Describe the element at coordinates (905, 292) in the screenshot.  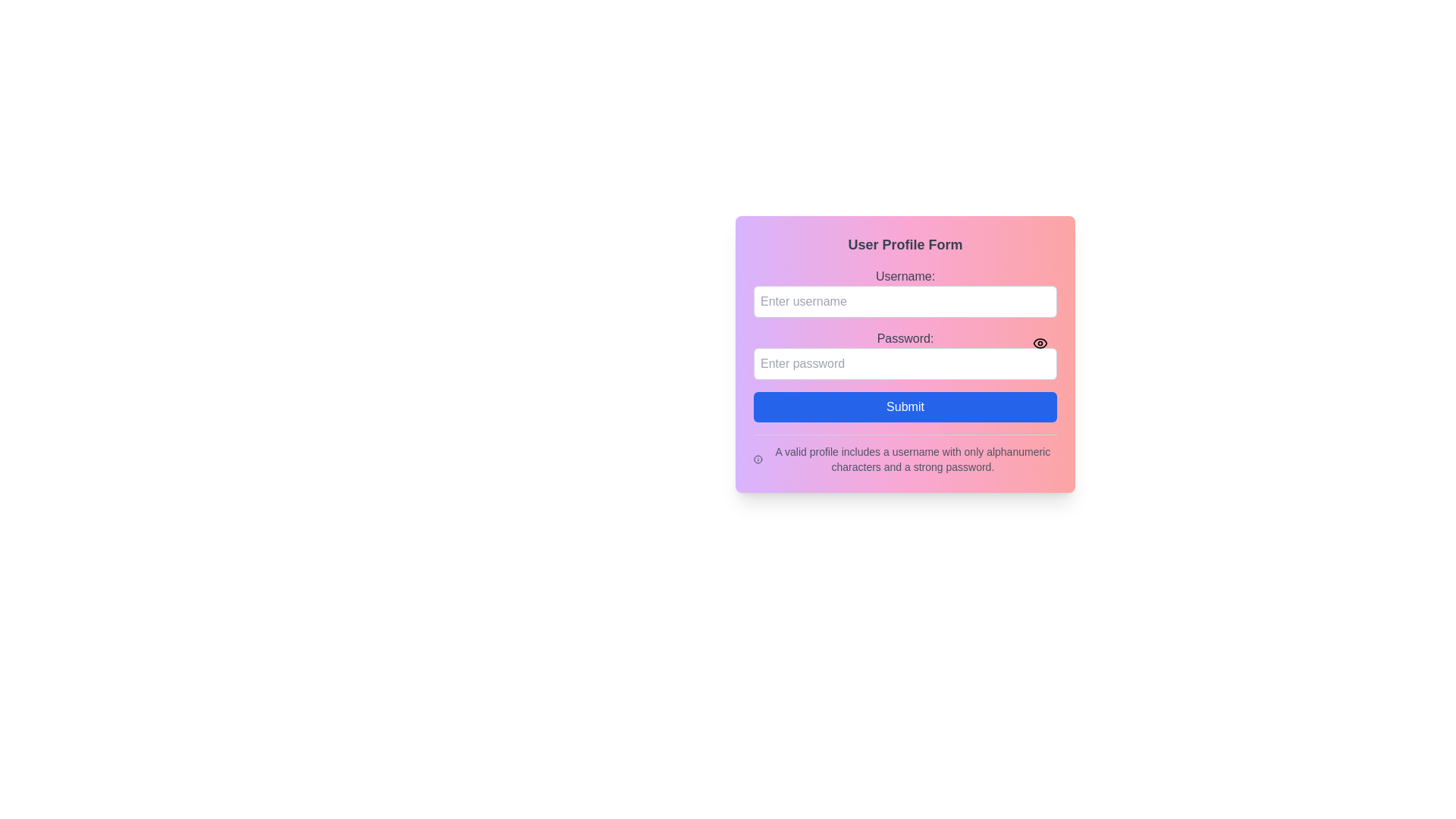
I see `label element displaying 'Username:' which is centrally aligned above the username input field in the form layout` at that location.